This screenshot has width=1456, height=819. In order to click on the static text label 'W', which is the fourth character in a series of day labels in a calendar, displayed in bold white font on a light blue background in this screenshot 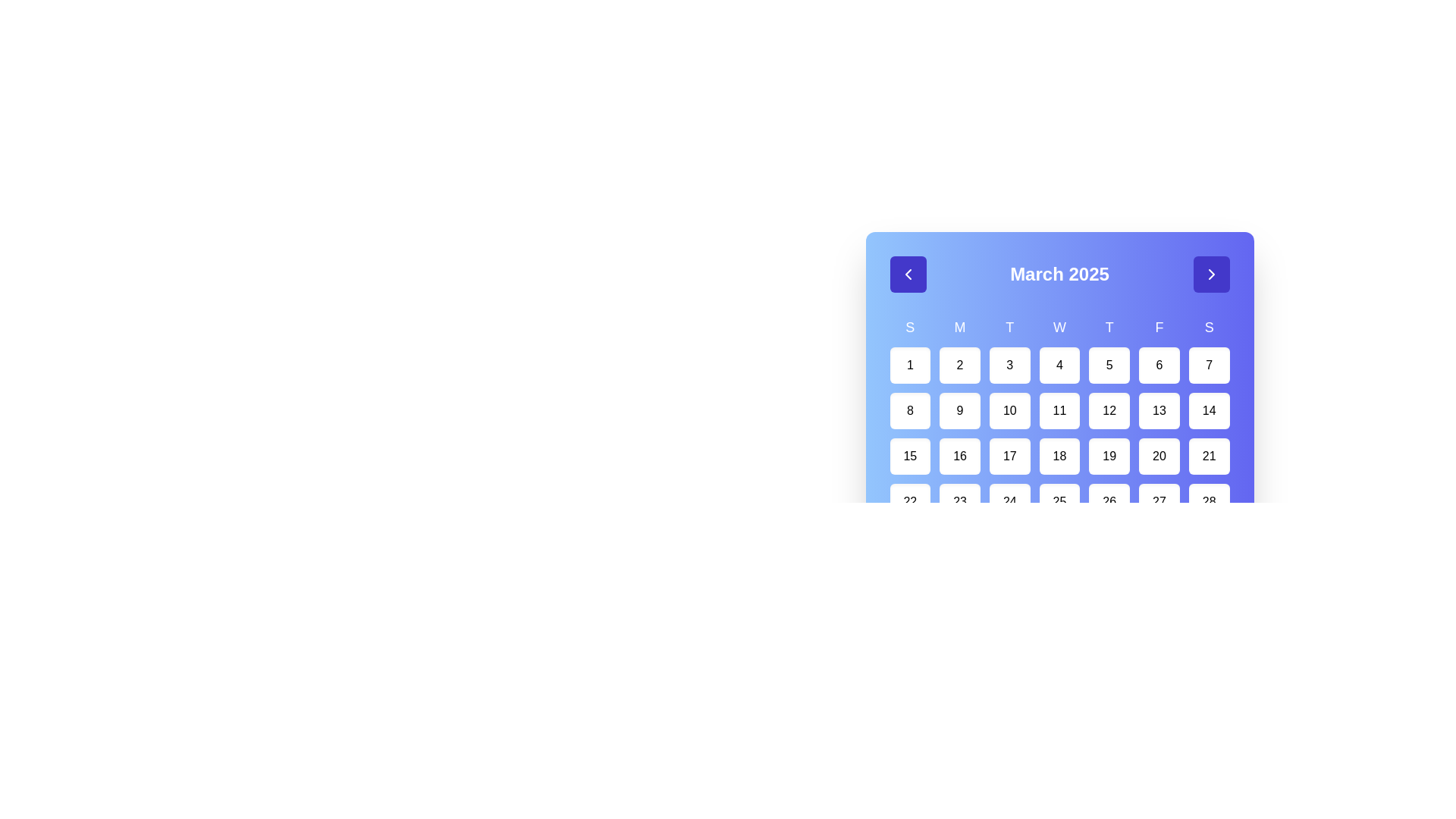, I will do `click(1059, 327)`.